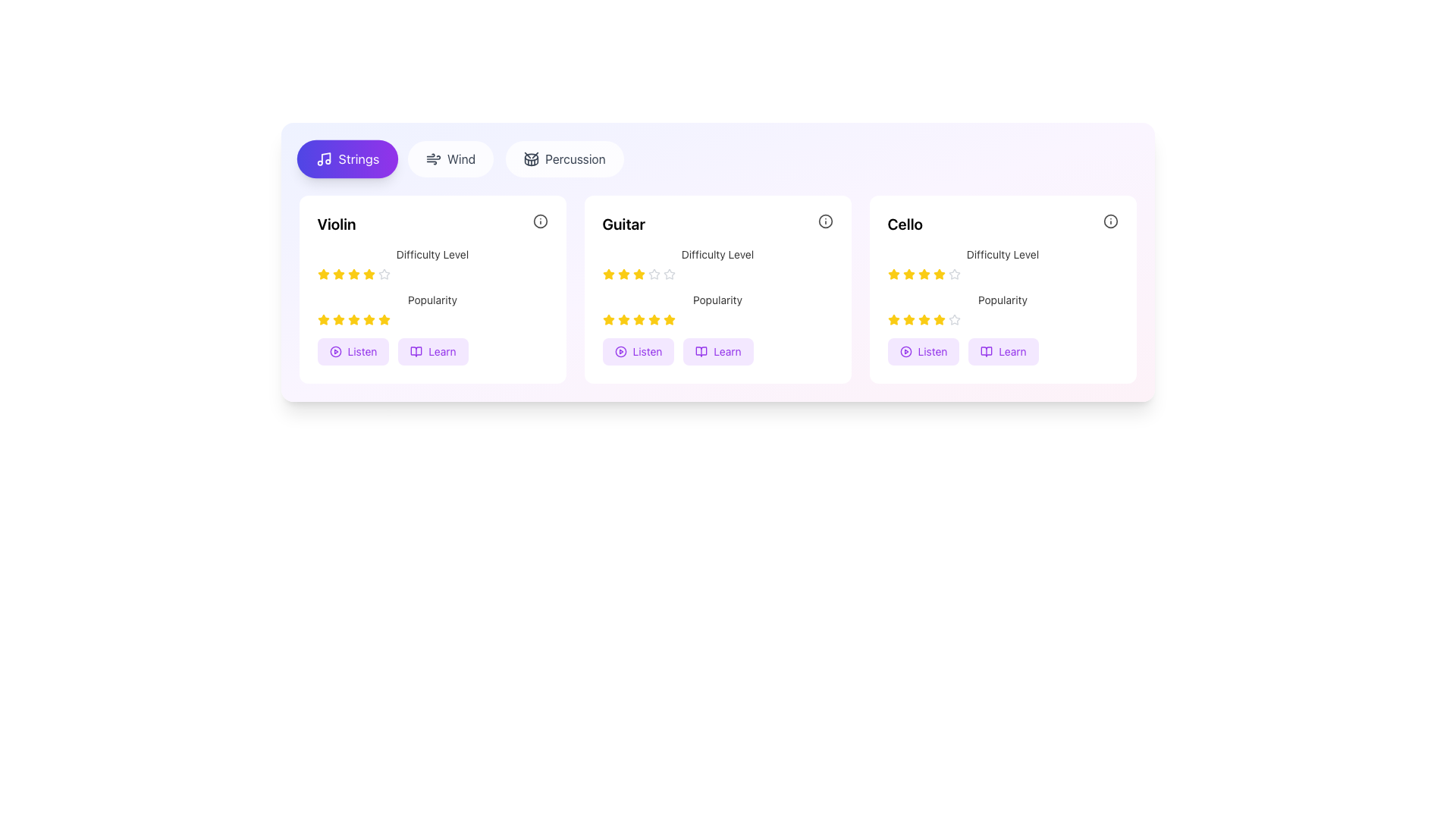 This screenshot has height=819, width=1456. What do you see at coordinates (540, 221) in the screenshot?
I see `the informational icon styled as an information emoji located in the top-right corner of the 'Violin' block` at bounding box center [540, 221].